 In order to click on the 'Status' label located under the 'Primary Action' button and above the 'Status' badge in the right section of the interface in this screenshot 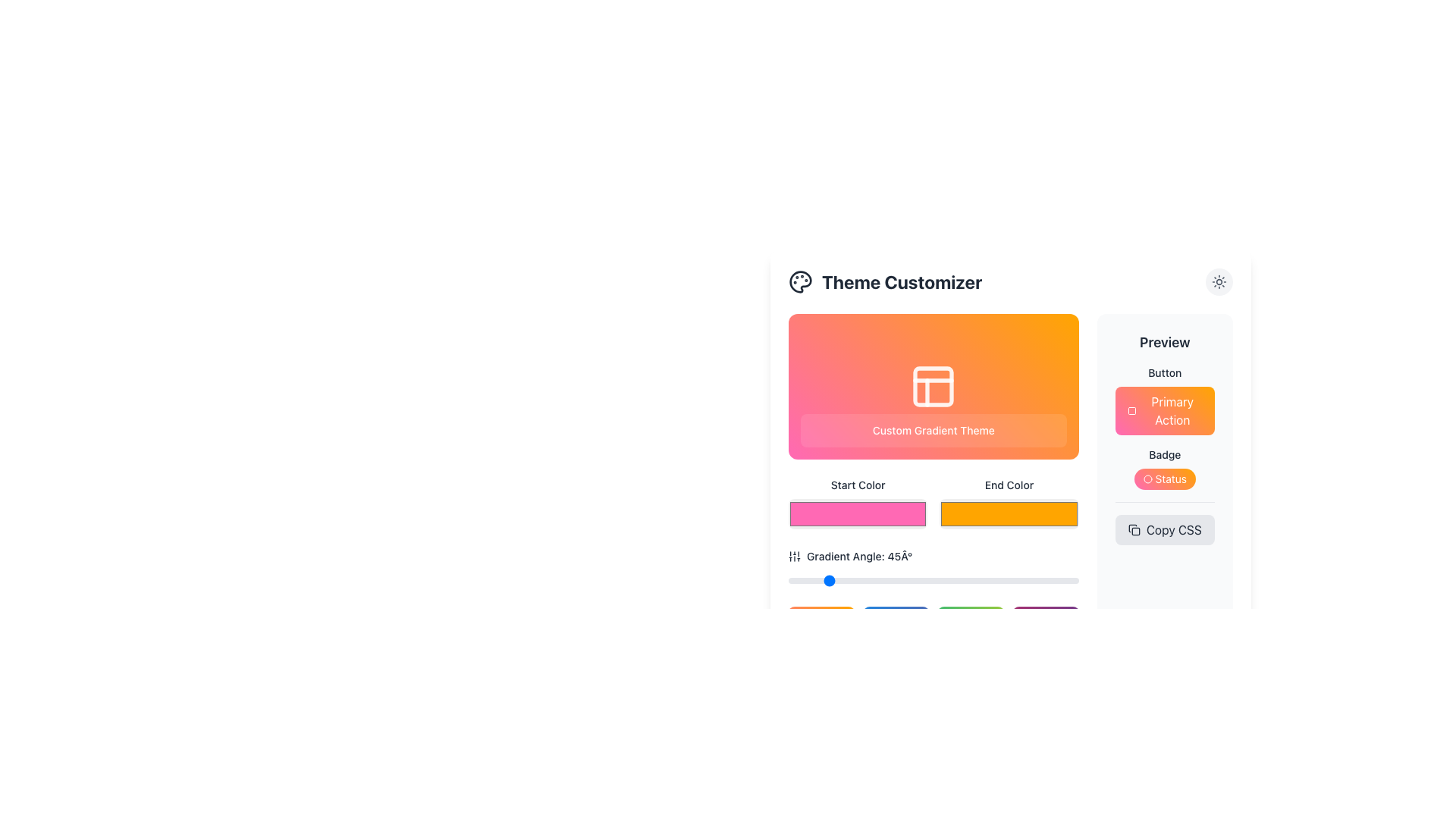, I will do `click(1164, 454)`.